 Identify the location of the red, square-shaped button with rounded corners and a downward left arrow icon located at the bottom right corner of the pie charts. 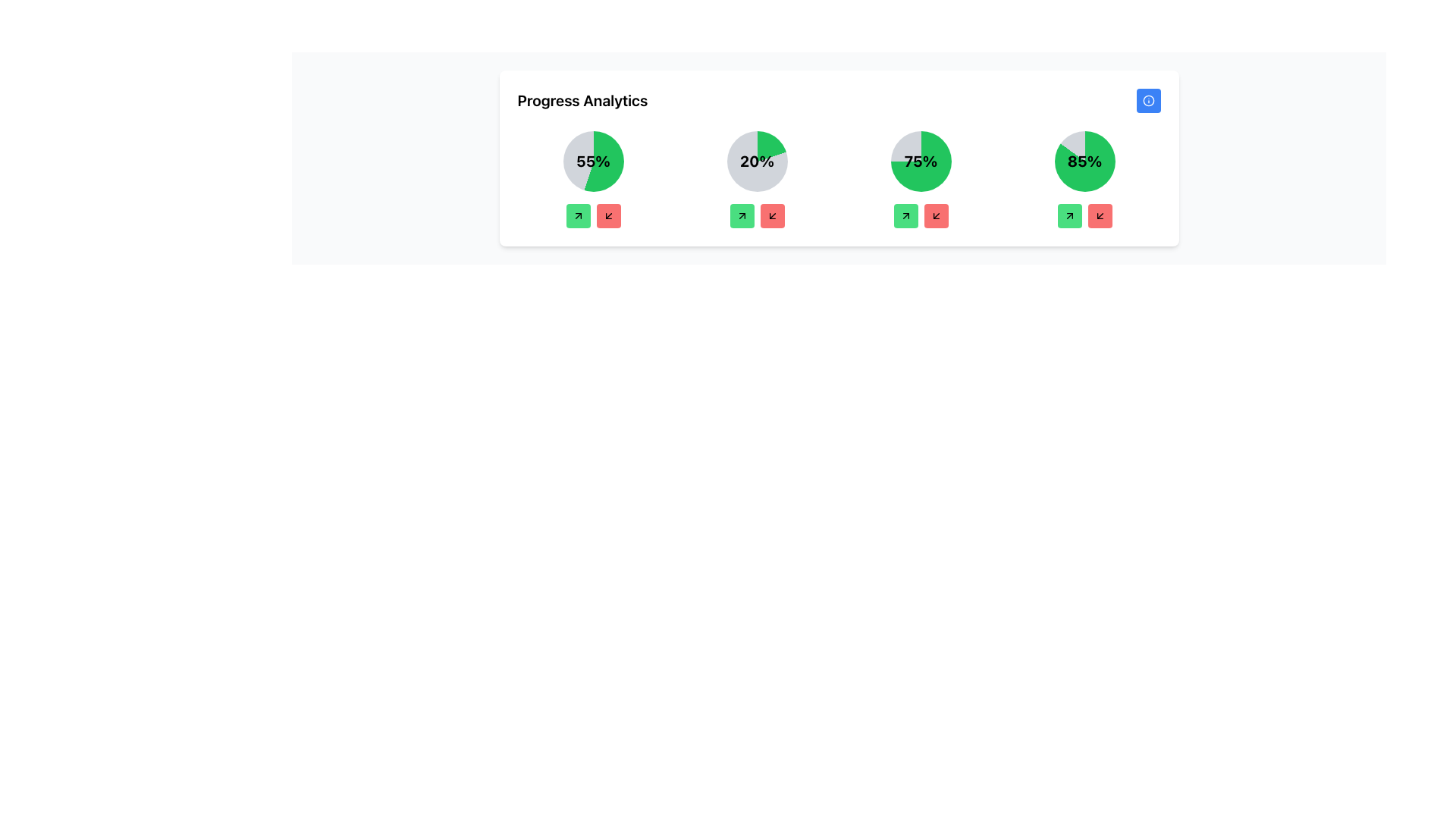
(935, 216).